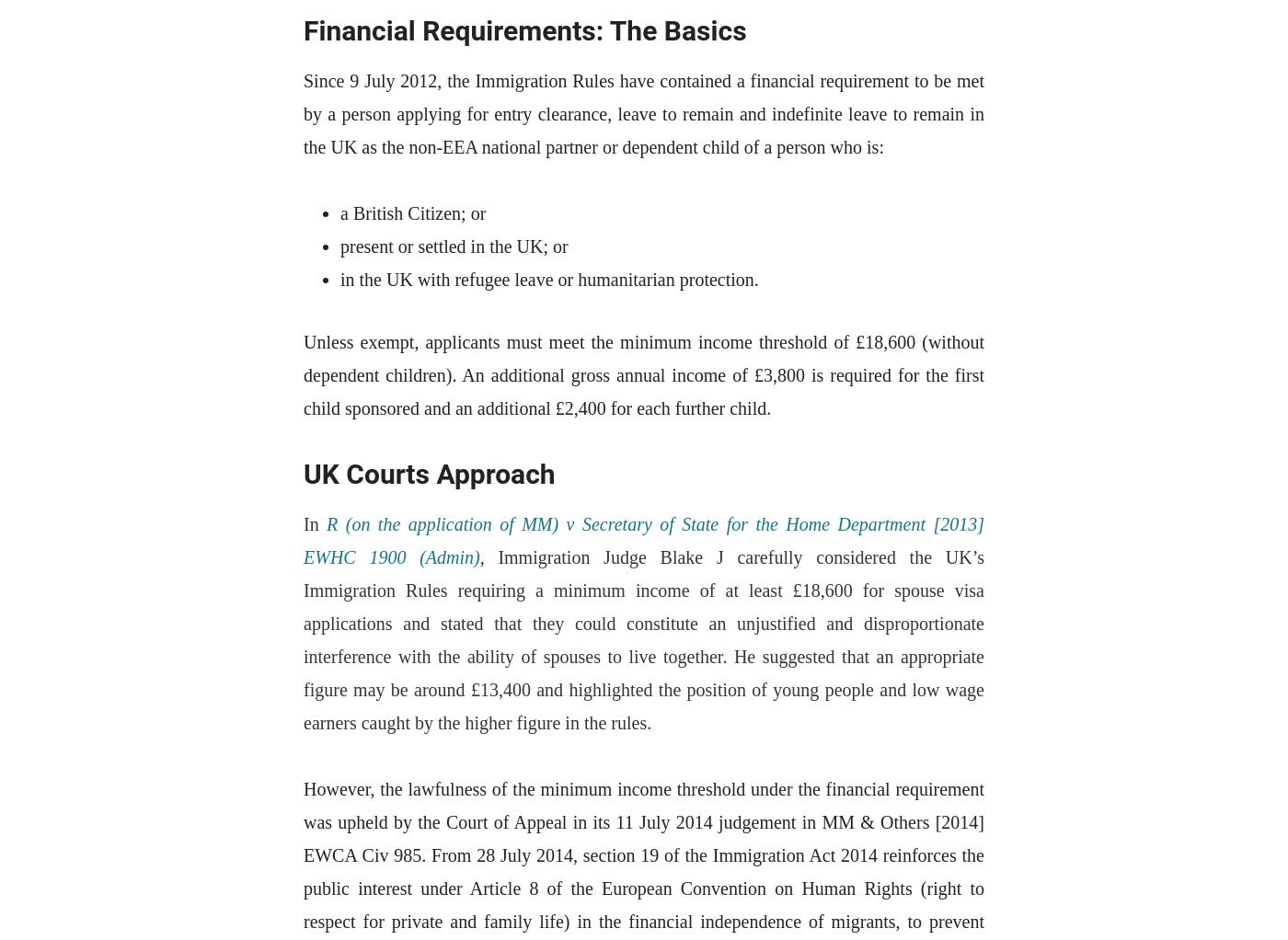  Describe the element at coordinates (565, 556) in the screenshot. I see `'Immigration Judge'` at that location.